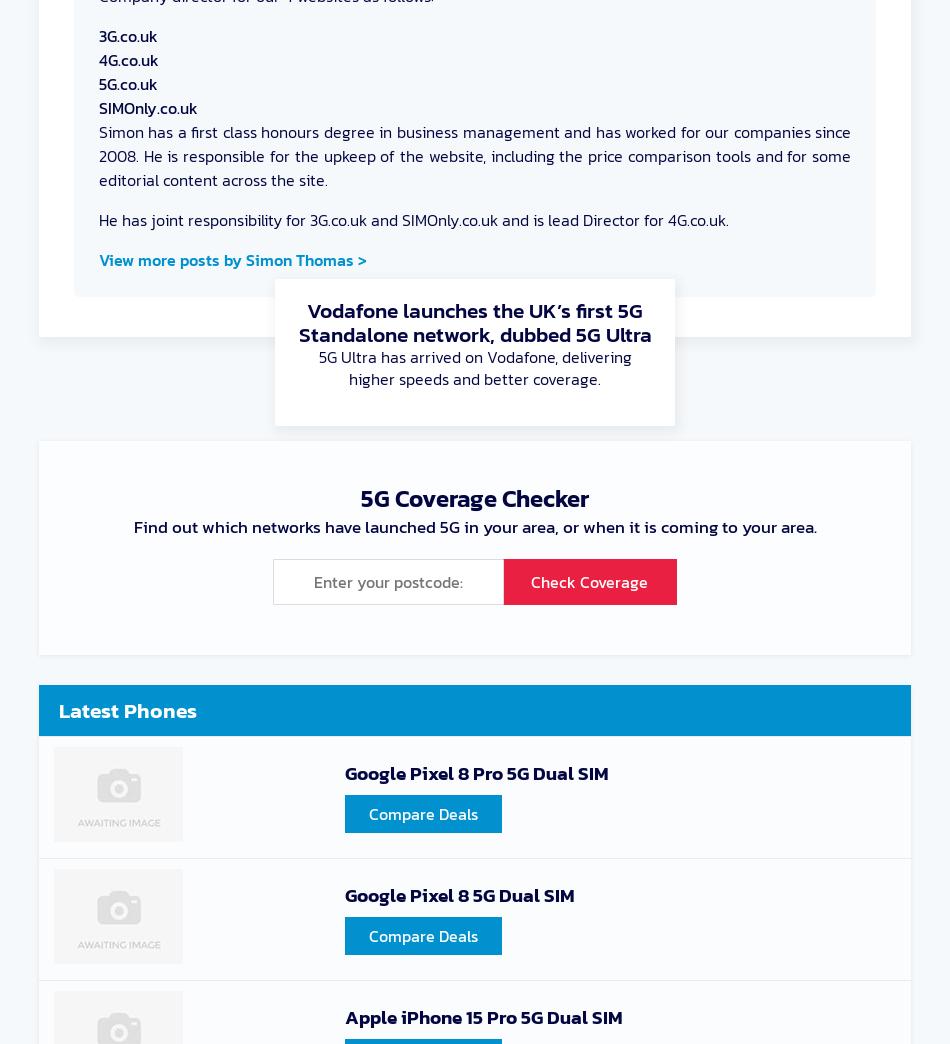 The width and height of the screenshot is (950, 1044). I want to click on 'Google Pixel 8 Pro 5G Dual SIM', so click(476, 772).